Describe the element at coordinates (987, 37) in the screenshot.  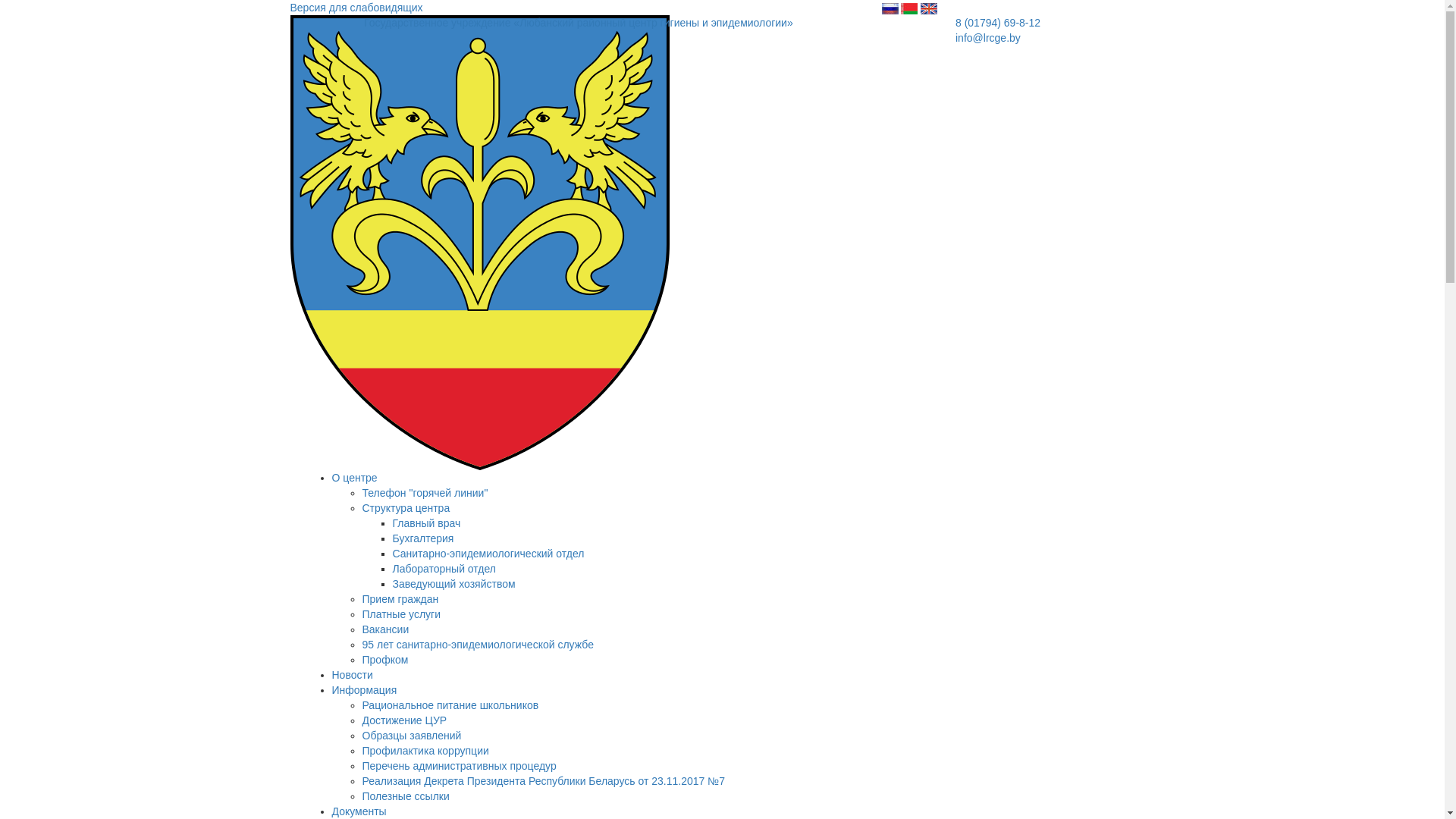
I see `'info@lrcge.by'` at that location.